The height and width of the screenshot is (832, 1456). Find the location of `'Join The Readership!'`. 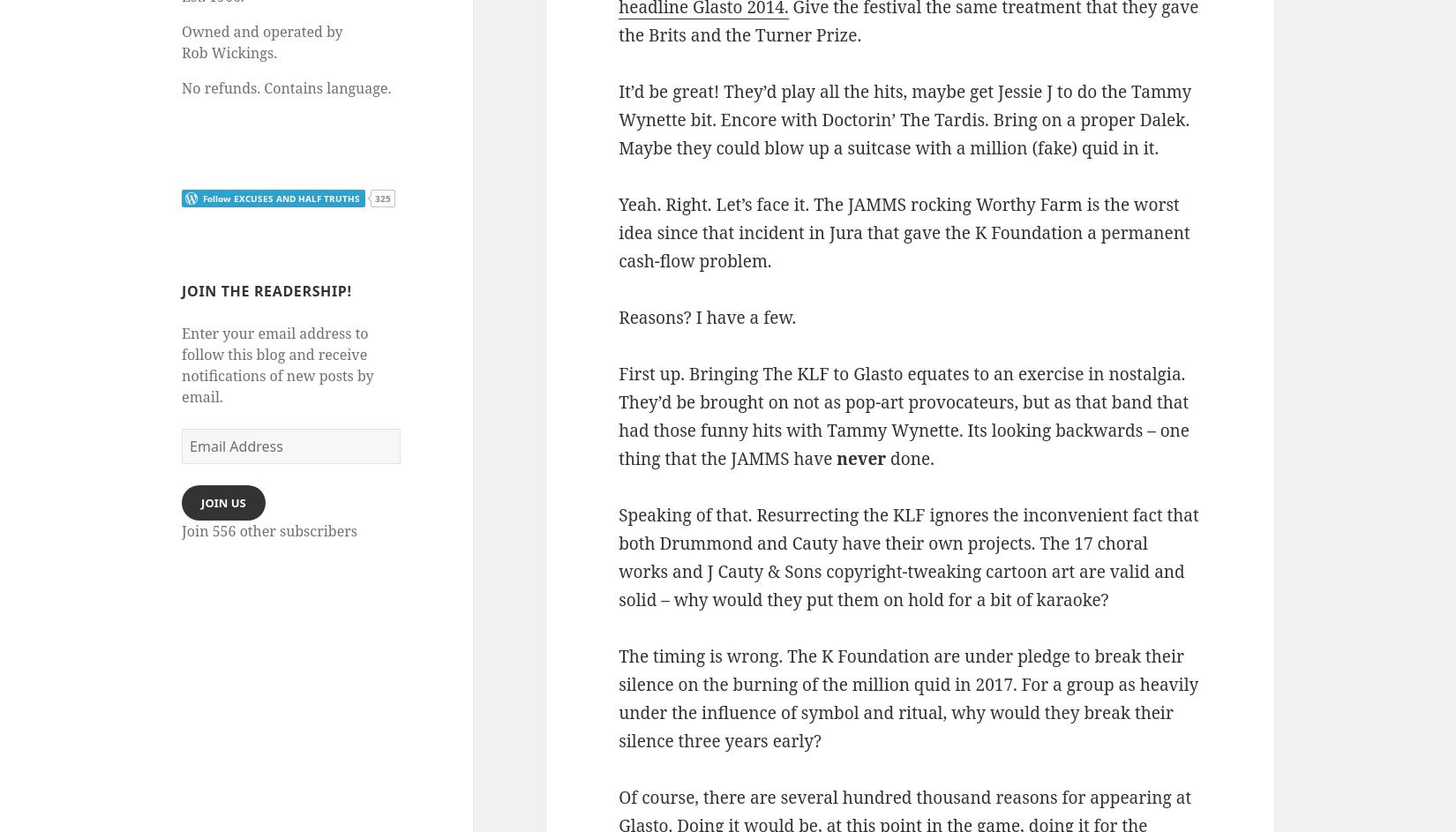

'Join The Readership!' is located at coordinates (266, 290).